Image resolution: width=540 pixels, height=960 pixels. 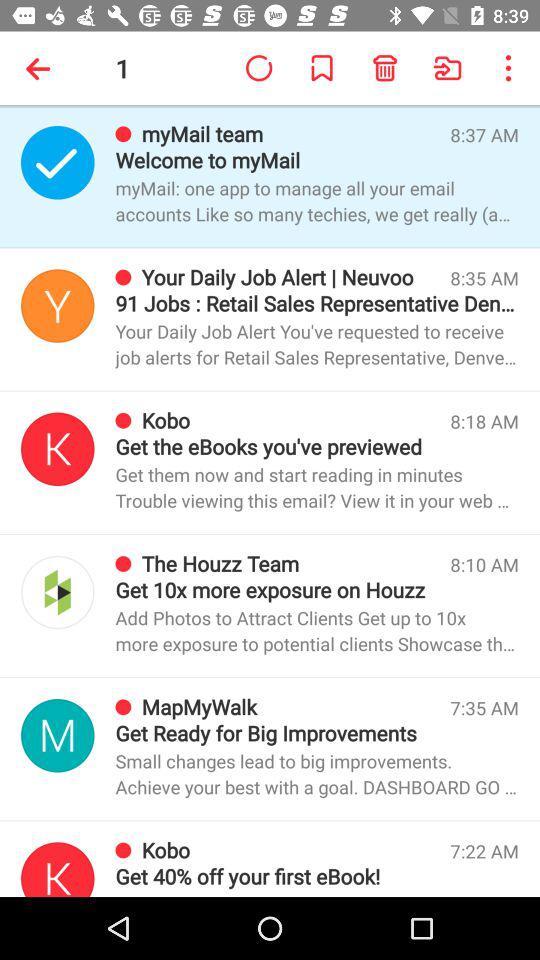 What do you see at coordinates (57, 868) in the screenshot?
I see `the skip_previous icon` at bounding box center [57, 868].